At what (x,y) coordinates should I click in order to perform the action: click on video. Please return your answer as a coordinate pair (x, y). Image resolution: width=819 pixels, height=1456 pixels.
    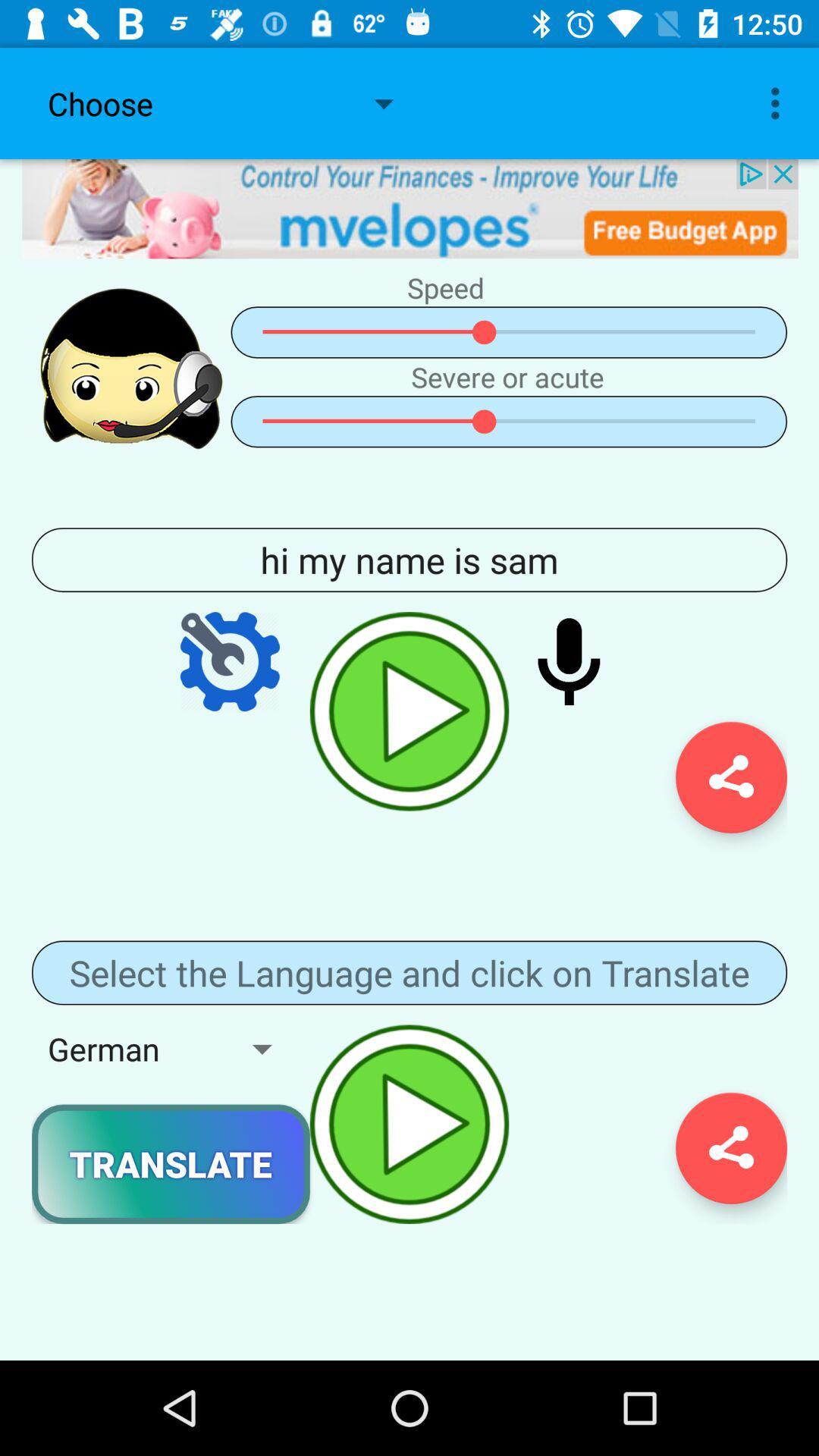
    Looking at the image, I should click on (409, 711).